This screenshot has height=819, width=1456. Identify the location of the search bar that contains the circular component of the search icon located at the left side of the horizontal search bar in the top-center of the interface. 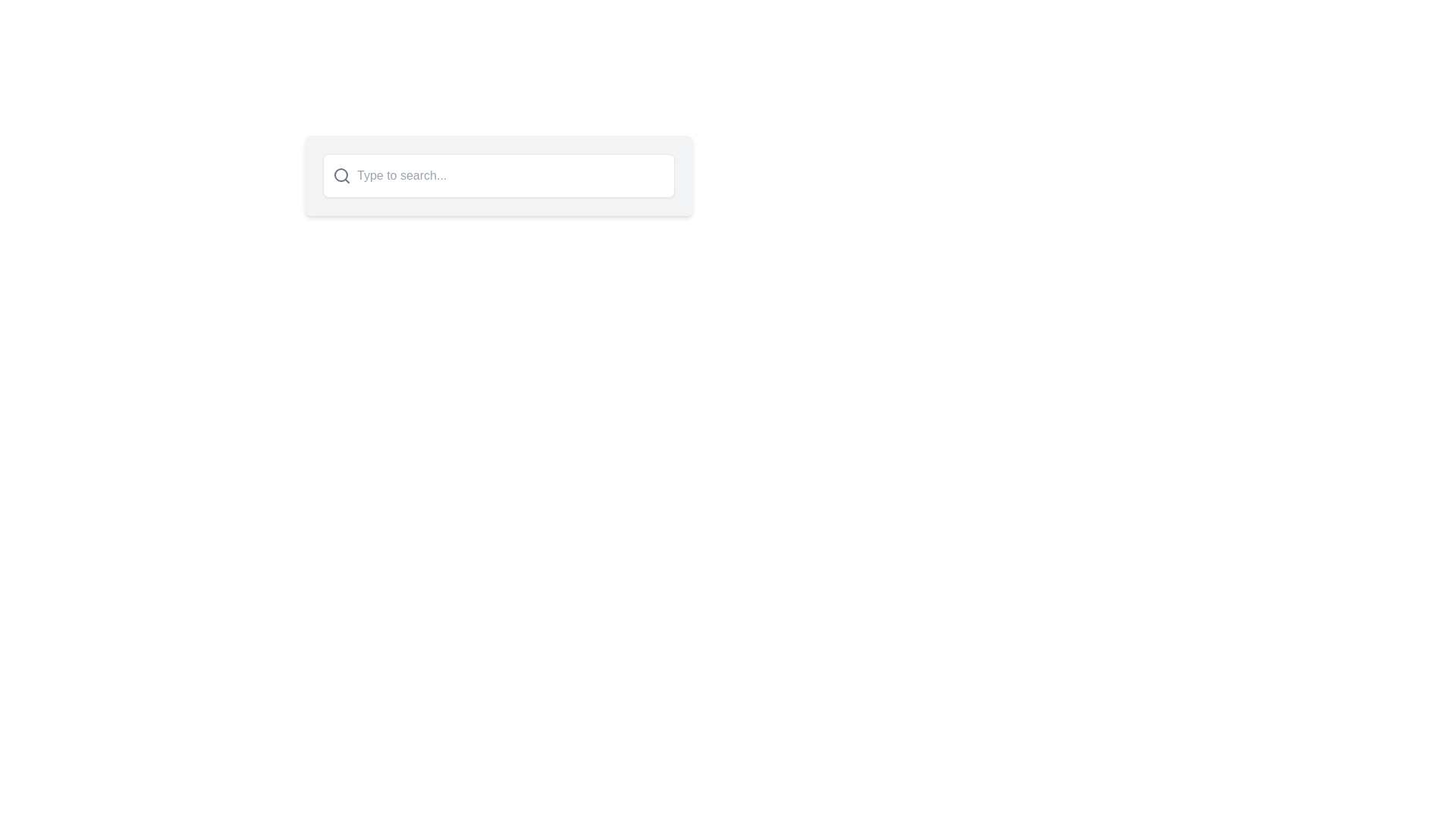
(340, 174).